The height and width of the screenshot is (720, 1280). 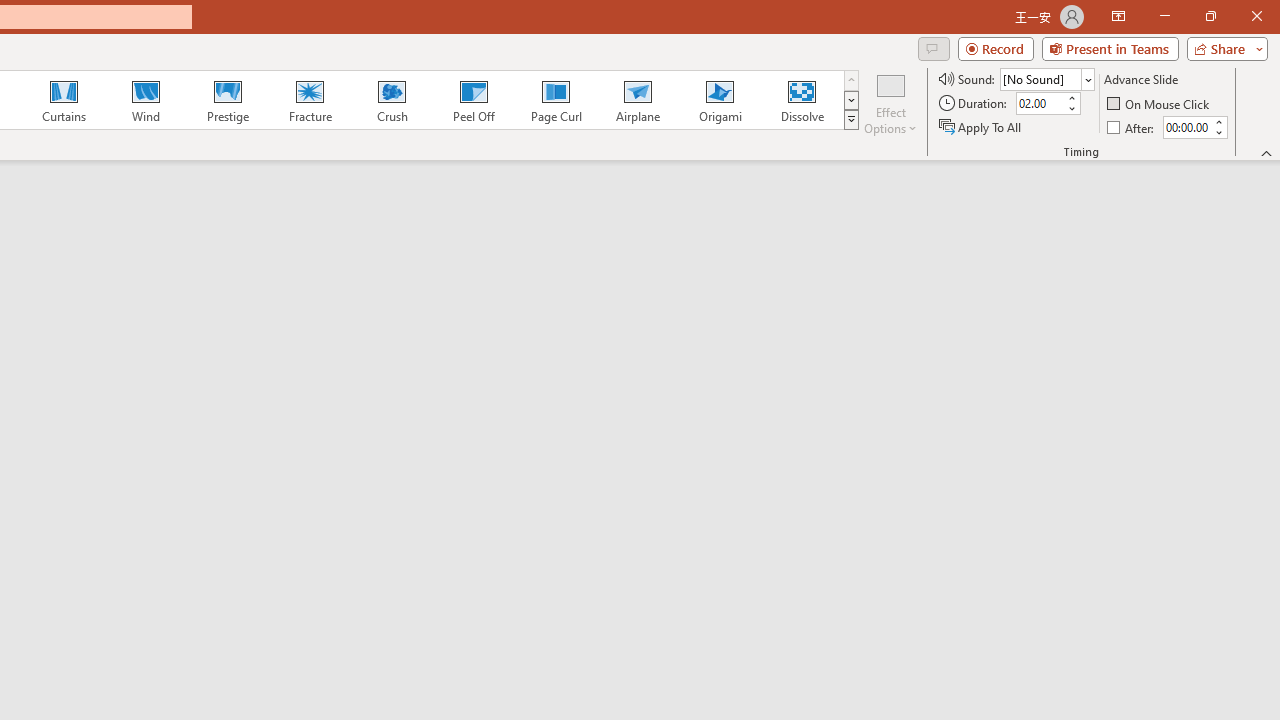 What do you see at coordinates (472, 100) in the screenshot?
I see `'Peel Off'` at bounding box center [472, 100].